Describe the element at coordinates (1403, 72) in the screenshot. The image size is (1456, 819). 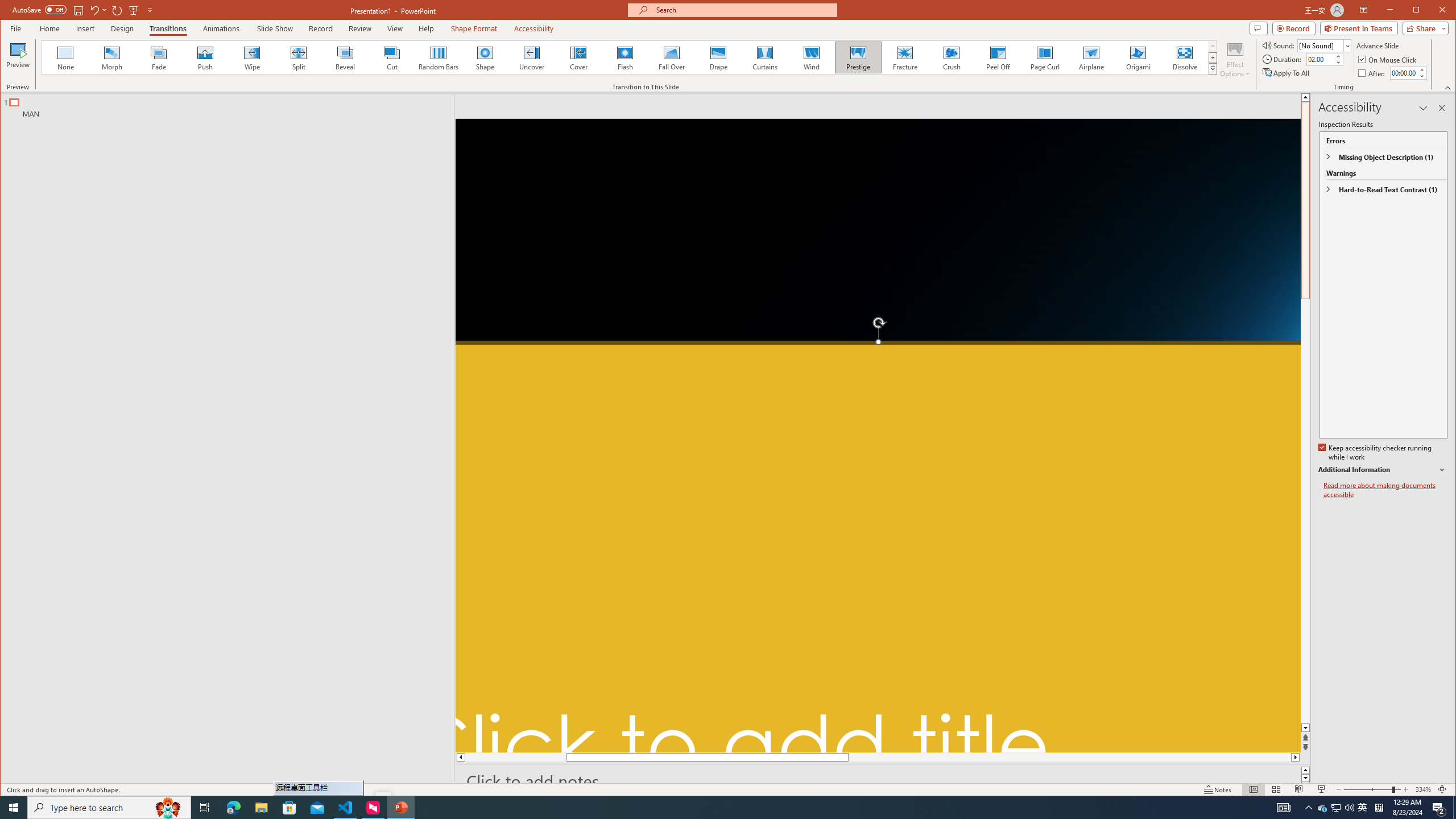
I see `'After'` at that location.